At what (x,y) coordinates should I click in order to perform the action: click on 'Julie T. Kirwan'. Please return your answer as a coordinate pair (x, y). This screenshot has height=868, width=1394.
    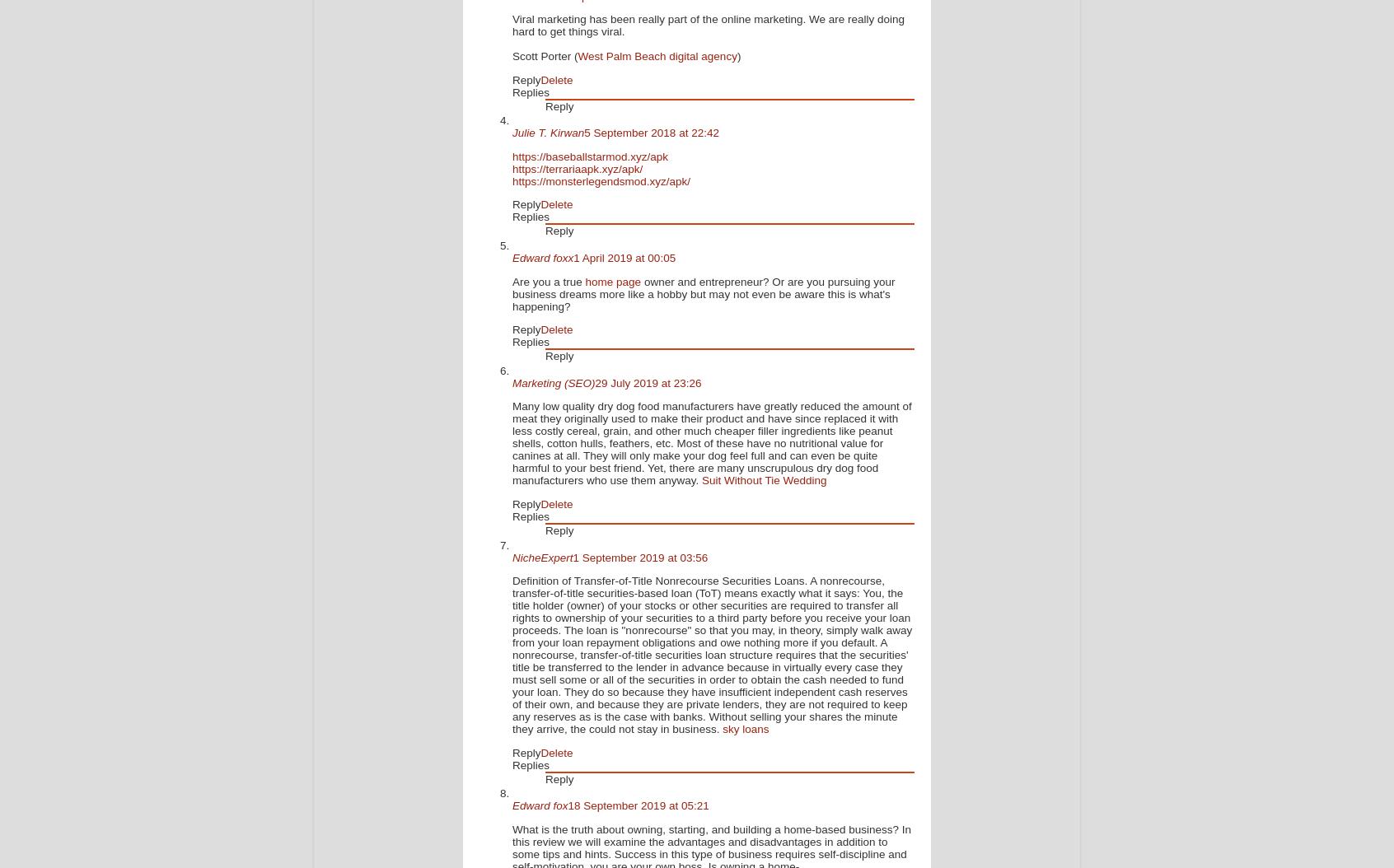
    Looking at the image, I should click on (548, 132).